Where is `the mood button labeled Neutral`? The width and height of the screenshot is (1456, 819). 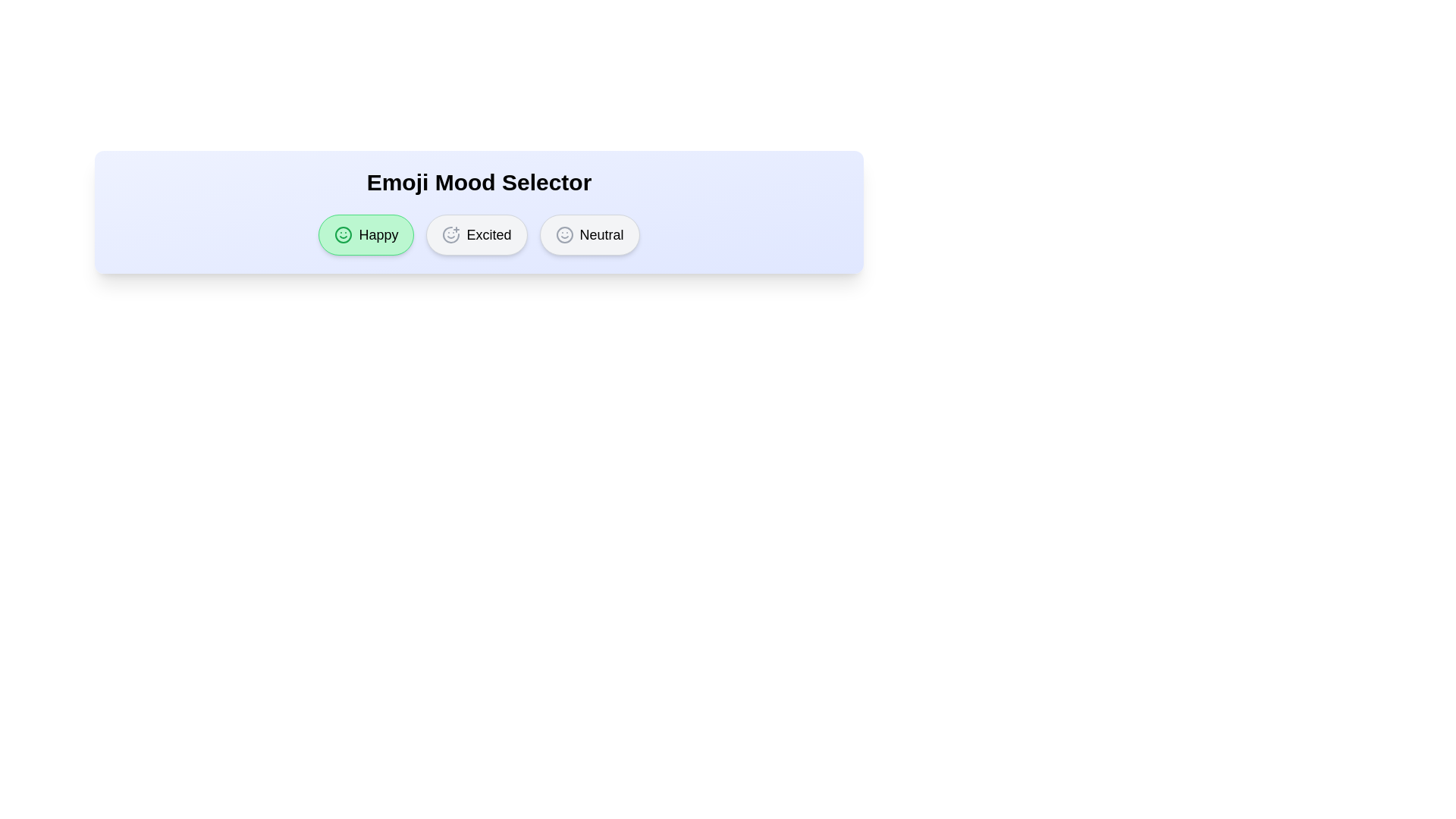
the mood button labeled Neutral is located at coordinates (588, 234).